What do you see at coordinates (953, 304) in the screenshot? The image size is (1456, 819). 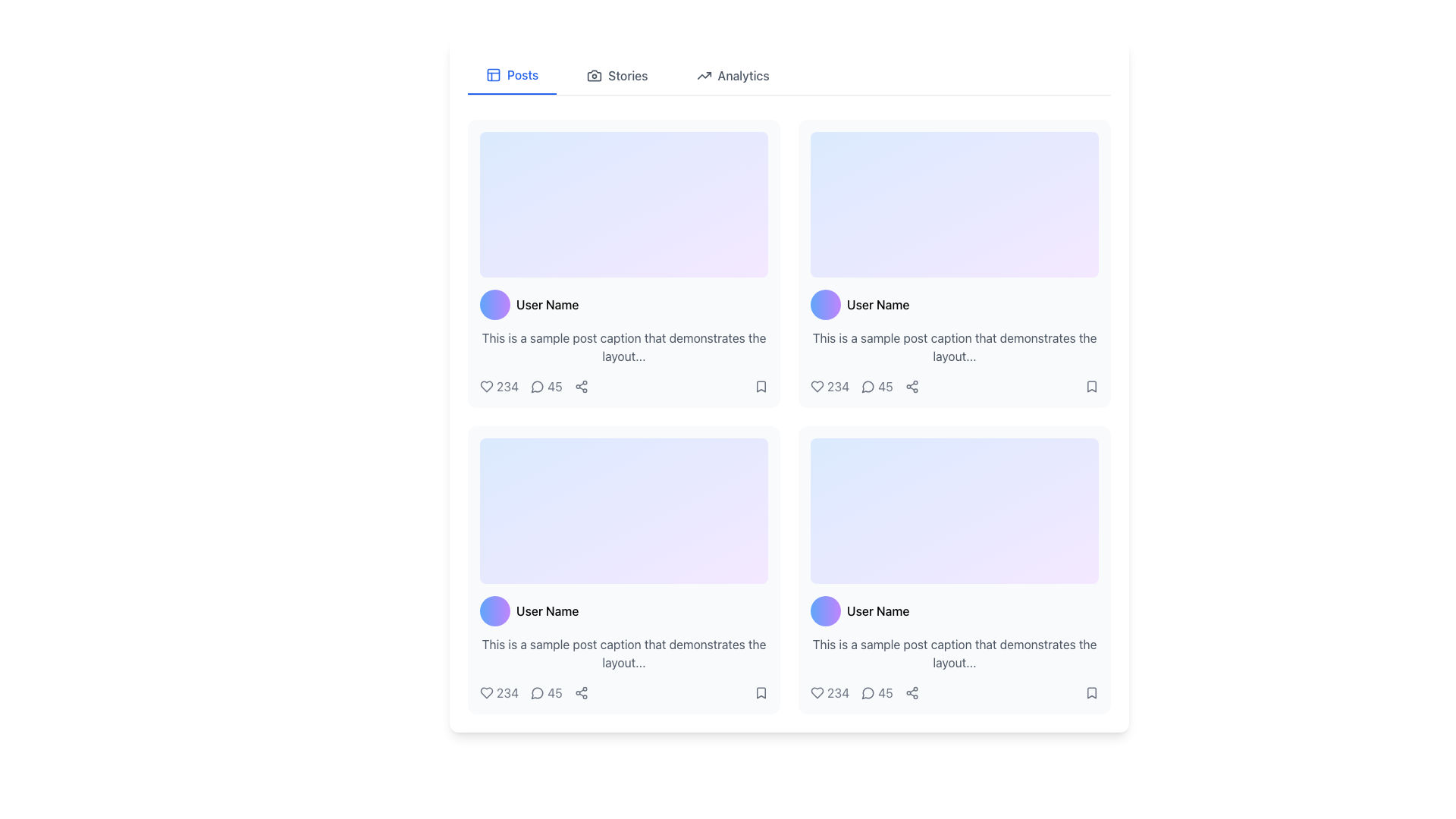 I see `the User profile identification section located in the second card from the left in the top row of a grid layout, which is directly below the displayed image section` at bounding box center [953, 304].